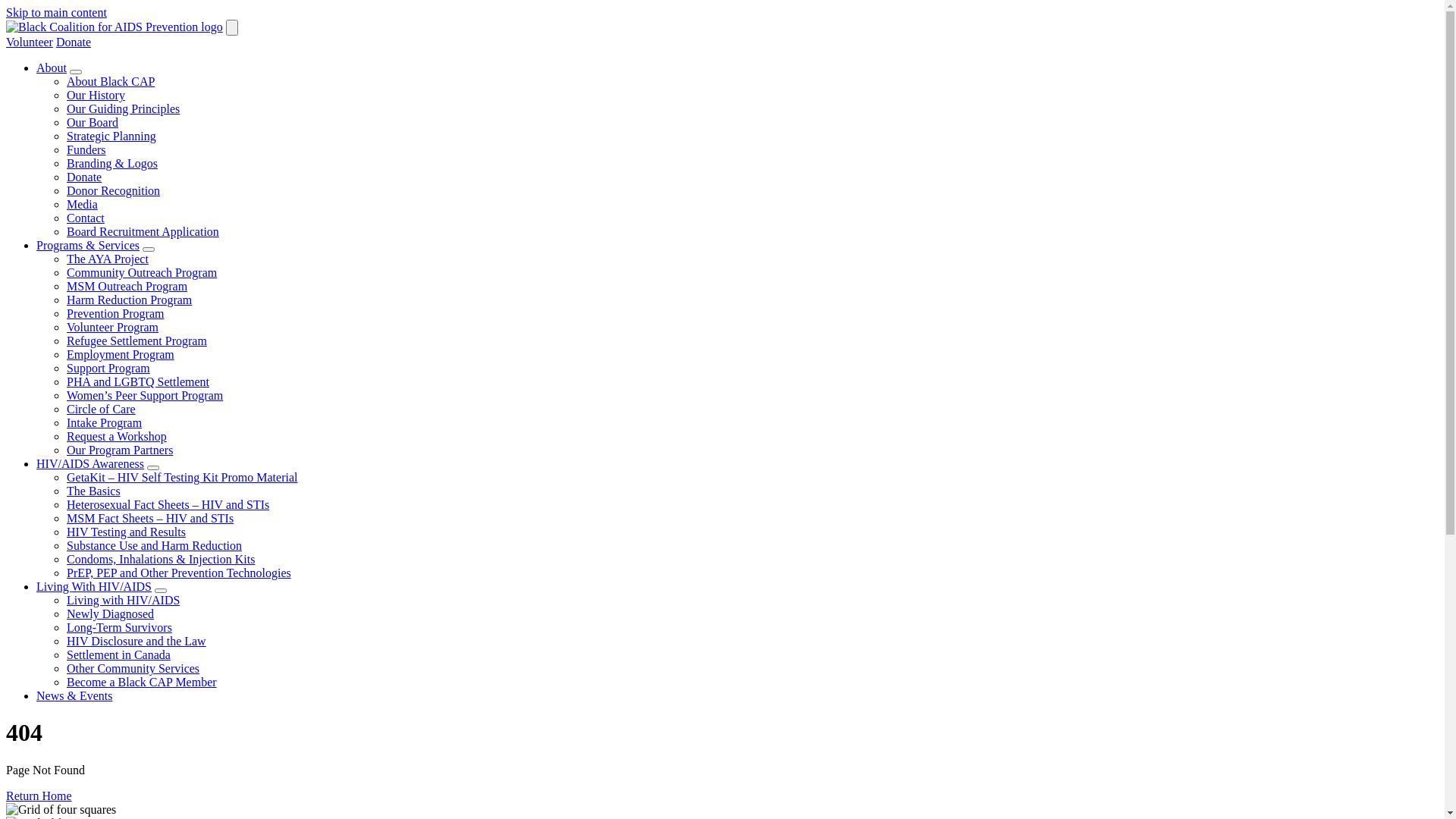  What do you see at coordinates (29, 41) in the screenshot?
I see `'Volunteer'` at bounding box center [29, 41].